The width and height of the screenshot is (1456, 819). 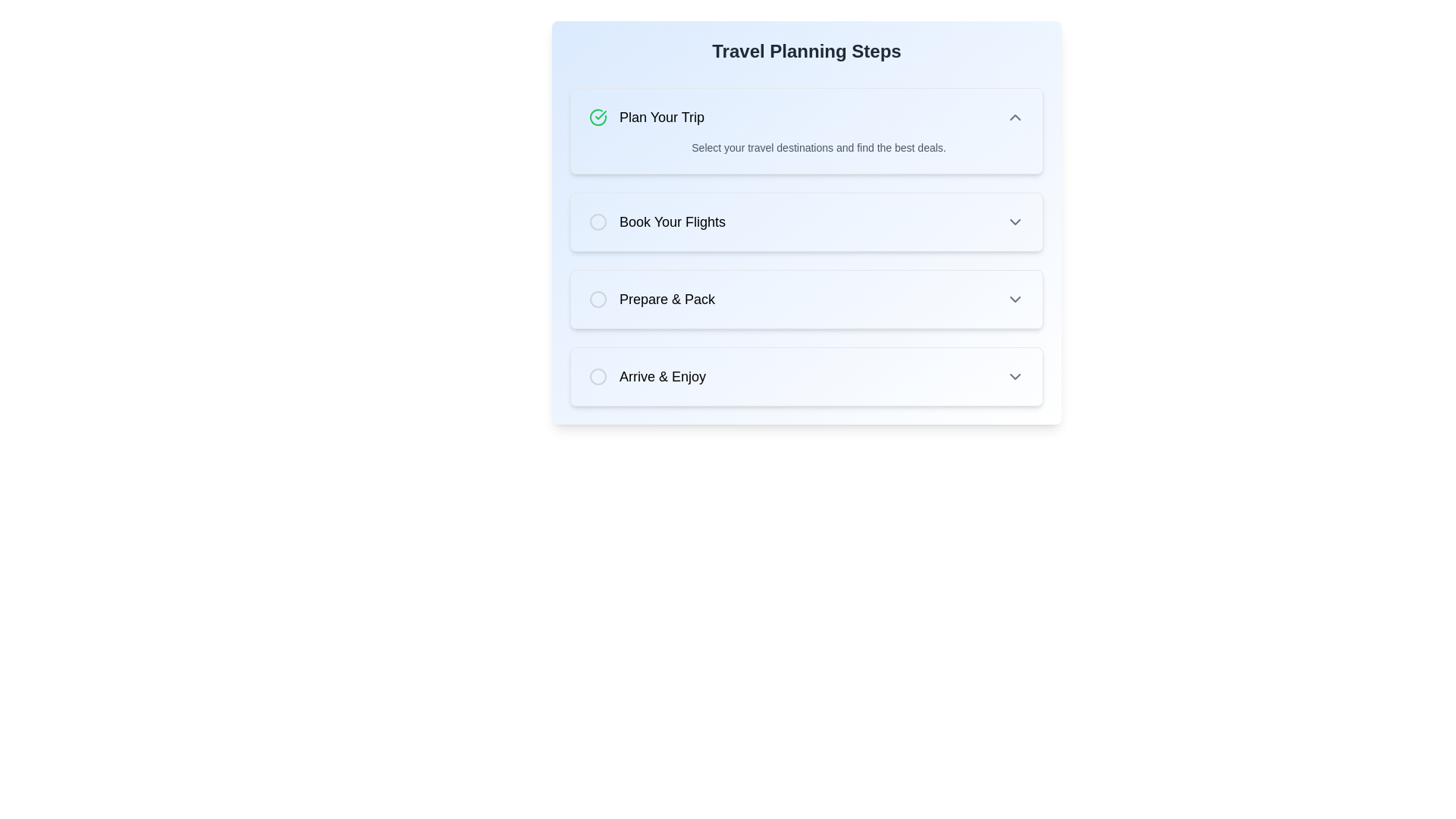 I want to click on the toggle button or icon element located on the far right side of the row containing the text 'Arrive & Enjoy', so click(x=1015, y=376).